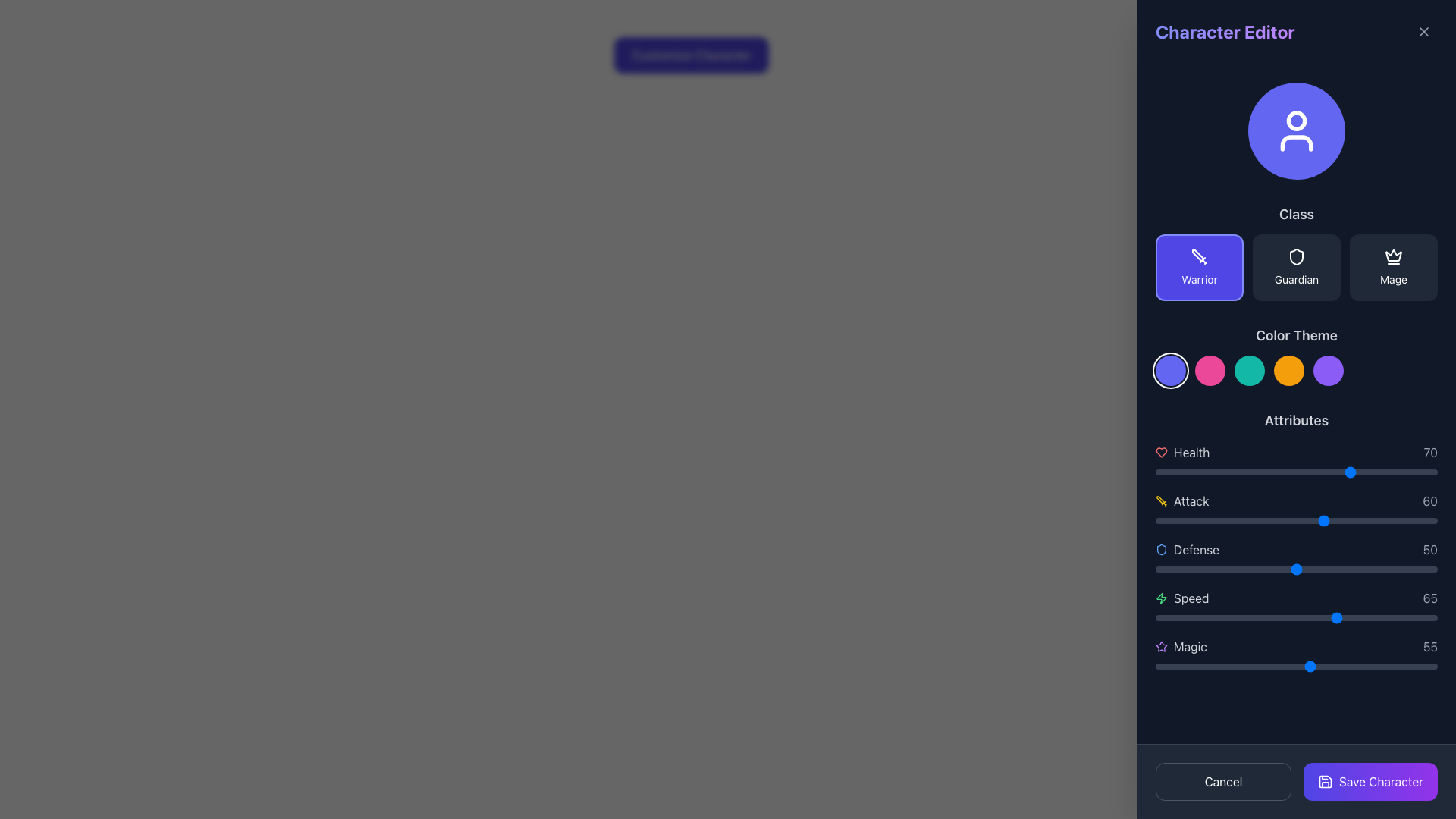  I want to click on the second circular button from the left in the 'Color Theme' section of the Character Editor, so click(1210, 371).